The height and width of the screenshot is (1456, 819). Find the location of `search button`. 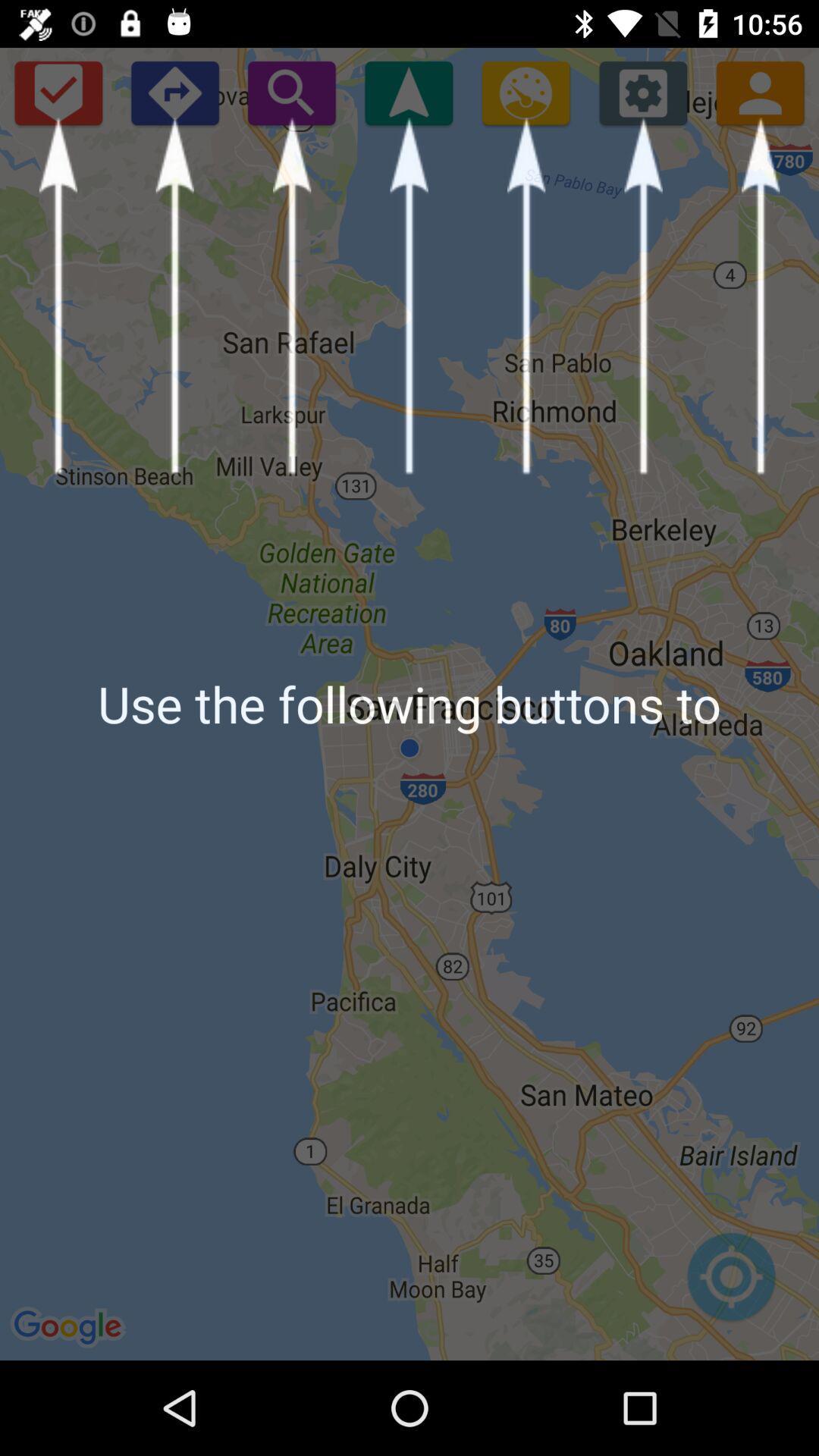

search button is located at coordinates (291, 92).